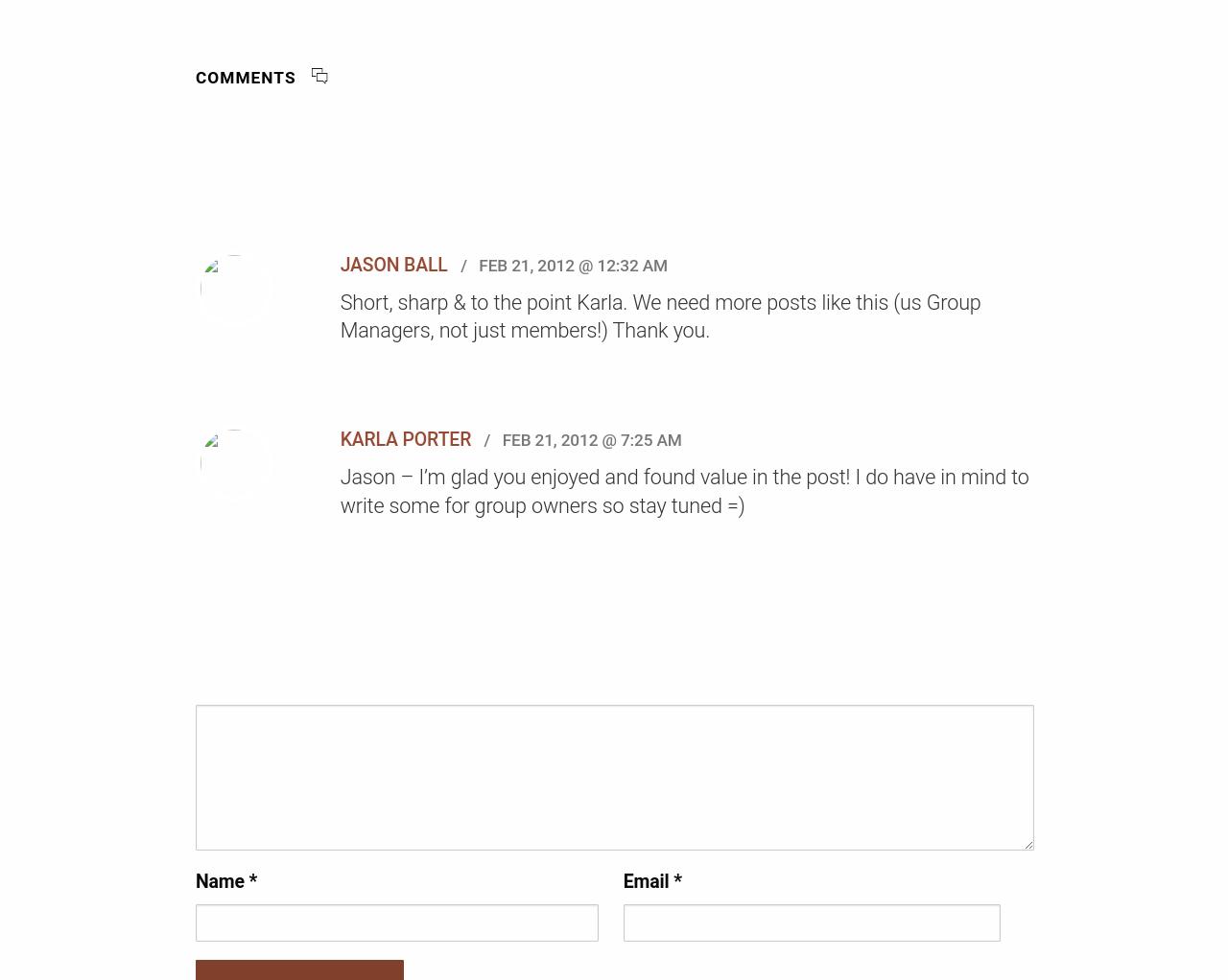 This screenshot has width=1228, height=980. Describe the element at coordinates (222, 880) in the screenshot. I see `'Name'` at that location.